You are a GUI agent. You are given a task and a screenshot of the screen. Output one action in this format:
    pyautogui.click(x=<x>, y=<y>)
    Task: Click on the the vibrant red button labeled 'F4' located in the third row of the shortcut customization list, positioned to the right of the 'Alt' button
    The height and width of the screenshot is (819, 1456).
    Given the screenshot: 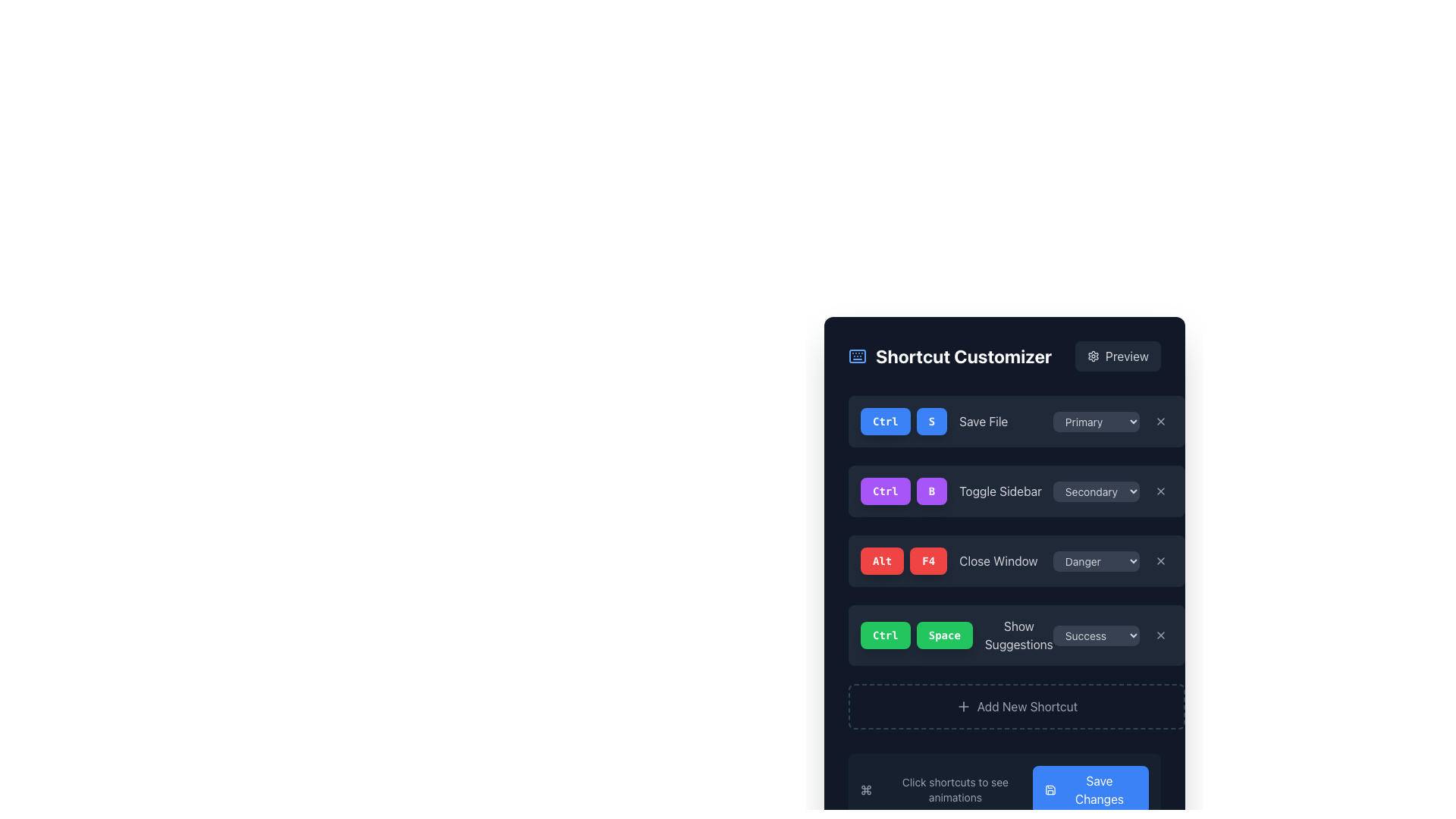 What is the action you would take?
    pyautogui.click(x=927, y=561)
    